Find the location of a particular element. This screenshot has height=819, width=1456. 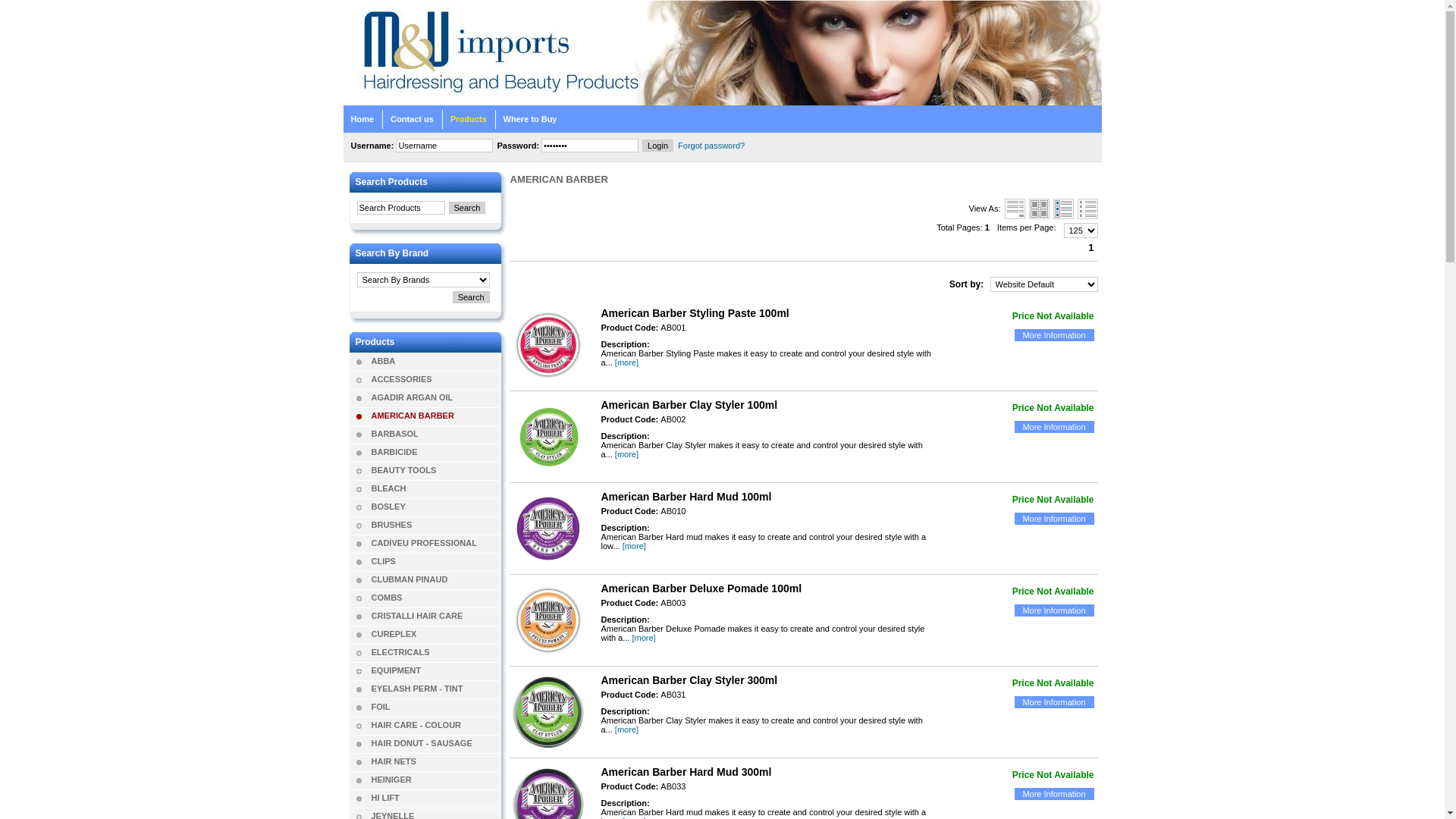

'AMERICAN BARBER' is located at coordinates (435, 415).